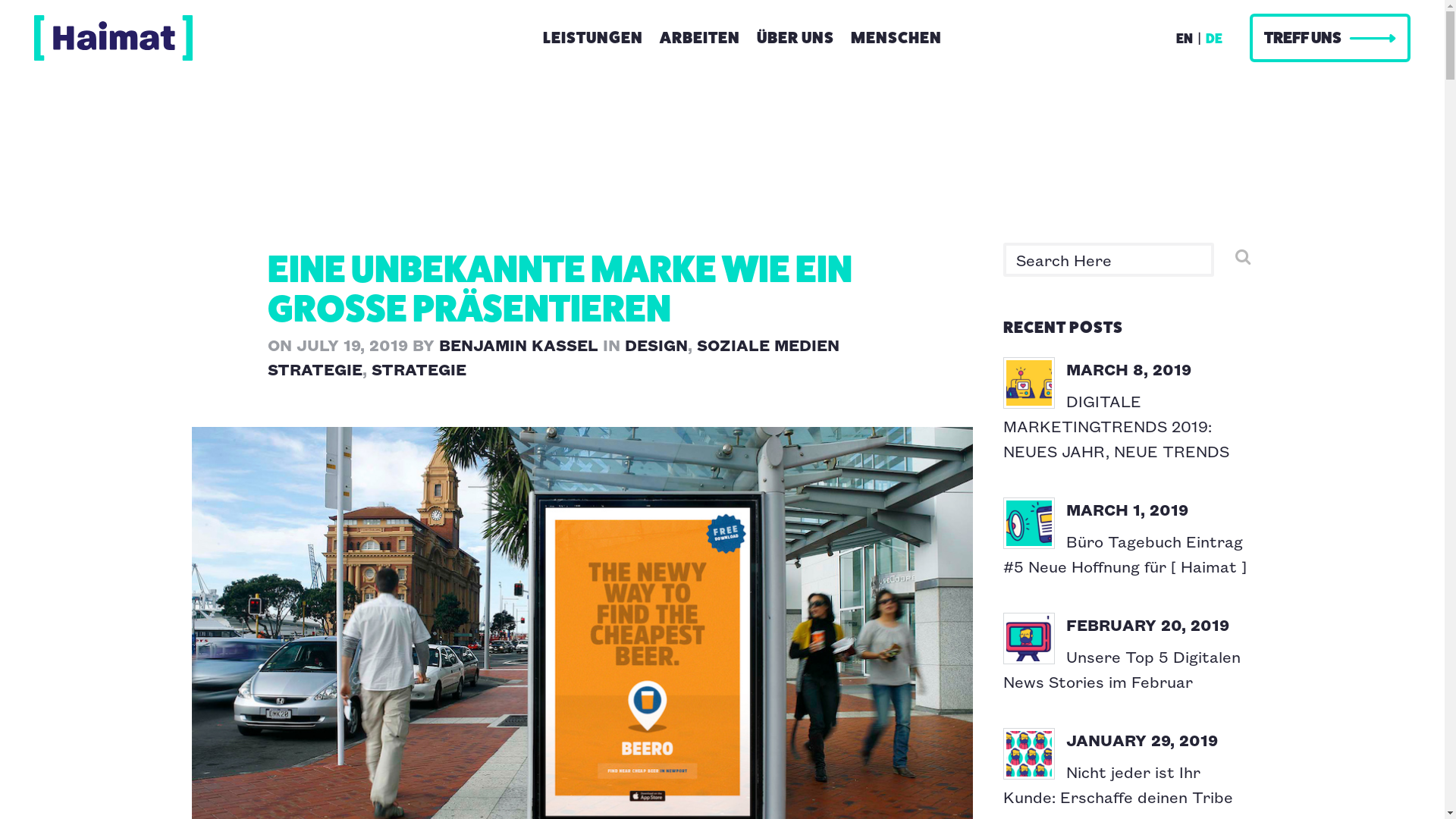 The width and height of the screenshot is (1456, 819). What do you see at coordinates (1329, 37) in the screenshot?
I see `'TREFF UNS'` at bounding box center [1329, 37].